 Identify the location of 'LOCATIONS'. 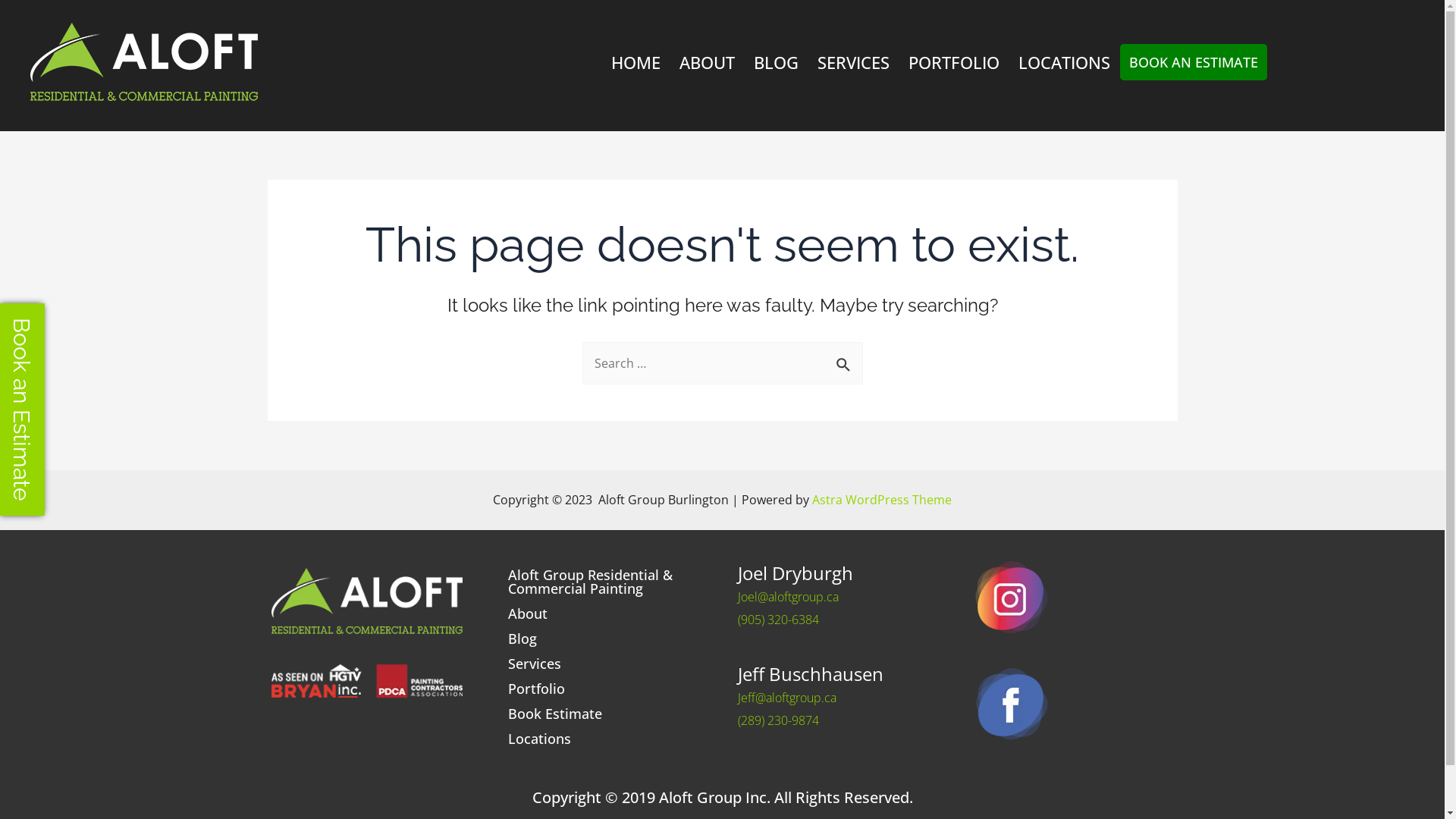
(1063, 61).